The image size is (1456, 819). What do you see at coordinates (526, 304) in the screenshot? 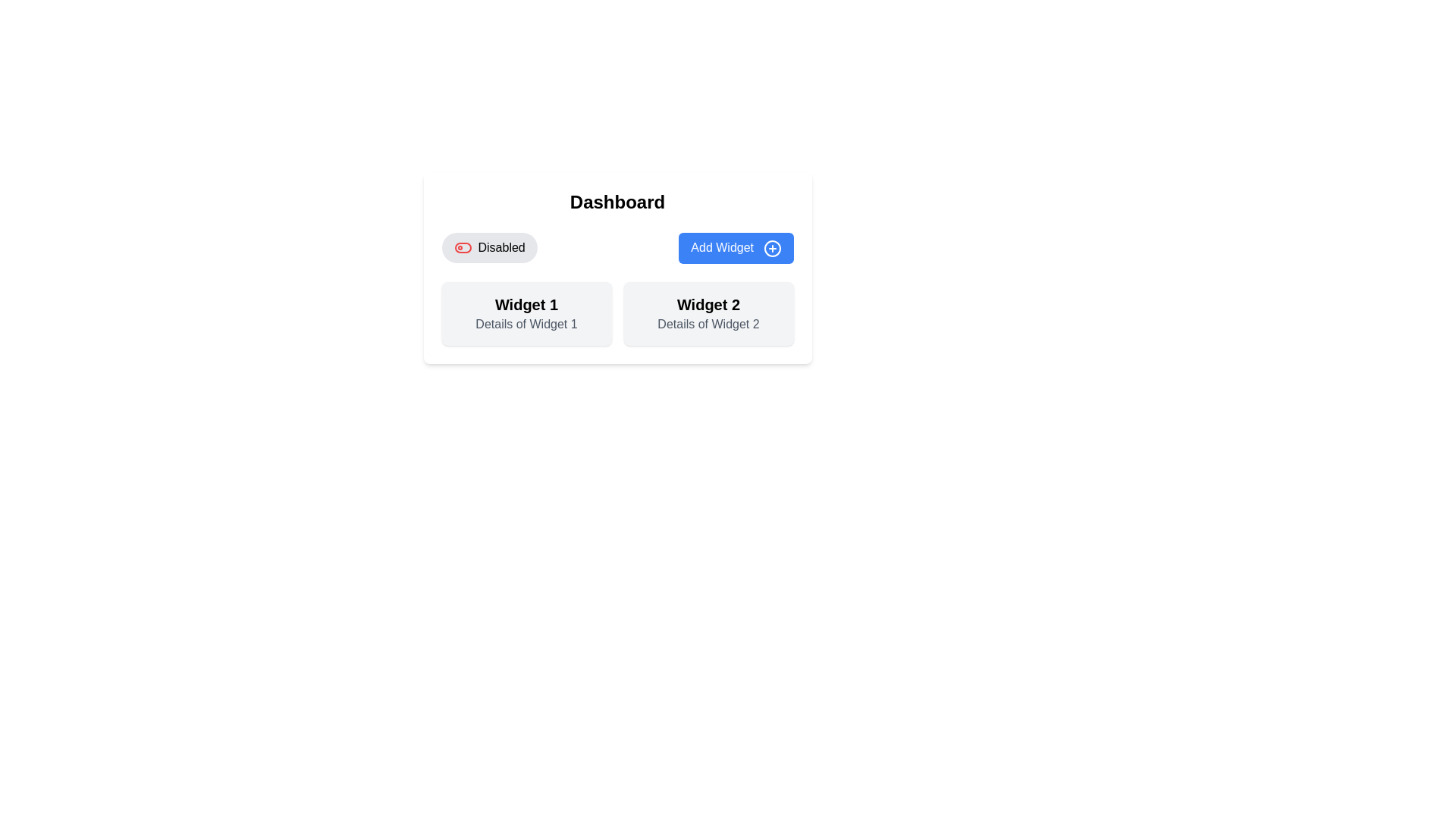
I see `the text label 'Widget 1' that is styled in bold font and positioned above the descriptive text 'Details of Widget 1'` at bounding box center [526, 304].